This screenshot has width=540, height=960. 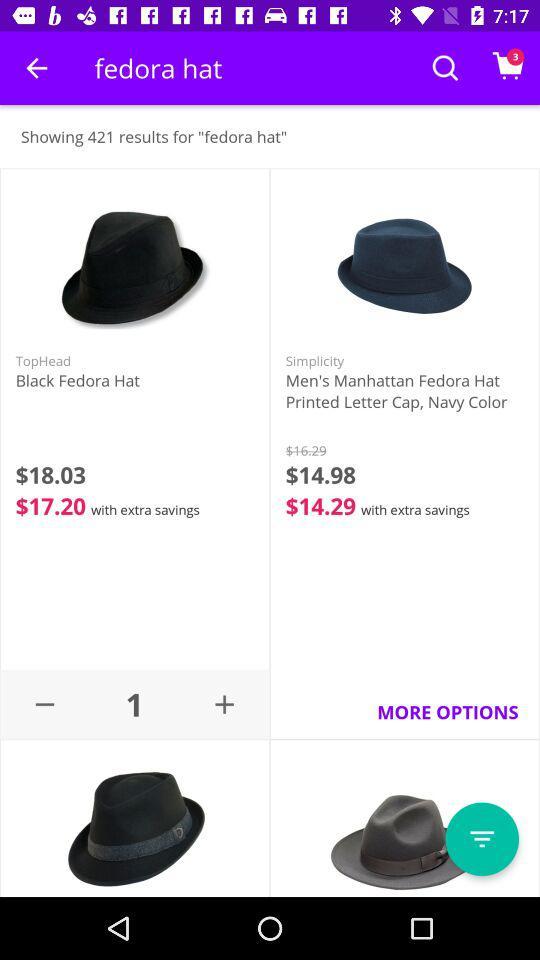 What do you see at coordinates (36, 68) in the screenshot?
I see `the icon next to fedora hat item` at bounding box center [36, 68].